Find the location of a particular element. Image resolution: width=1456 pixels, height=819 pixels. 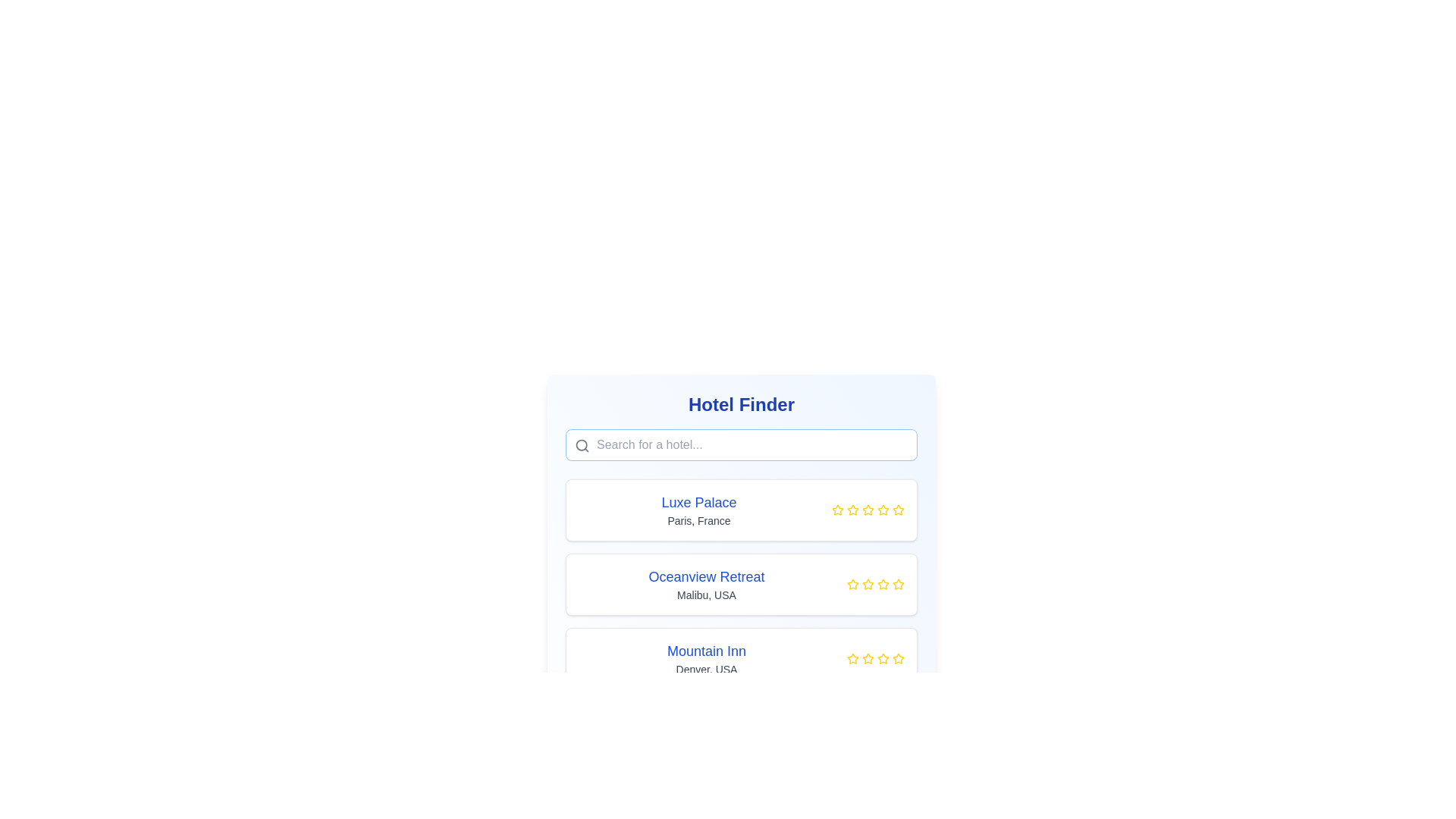

the Star rating indicator, which consists of five vibrant yellow star icons arranged horizontally, positioned below 'Oceanview Retreat' in the hotel card layout is located at coordinates (876, 584).